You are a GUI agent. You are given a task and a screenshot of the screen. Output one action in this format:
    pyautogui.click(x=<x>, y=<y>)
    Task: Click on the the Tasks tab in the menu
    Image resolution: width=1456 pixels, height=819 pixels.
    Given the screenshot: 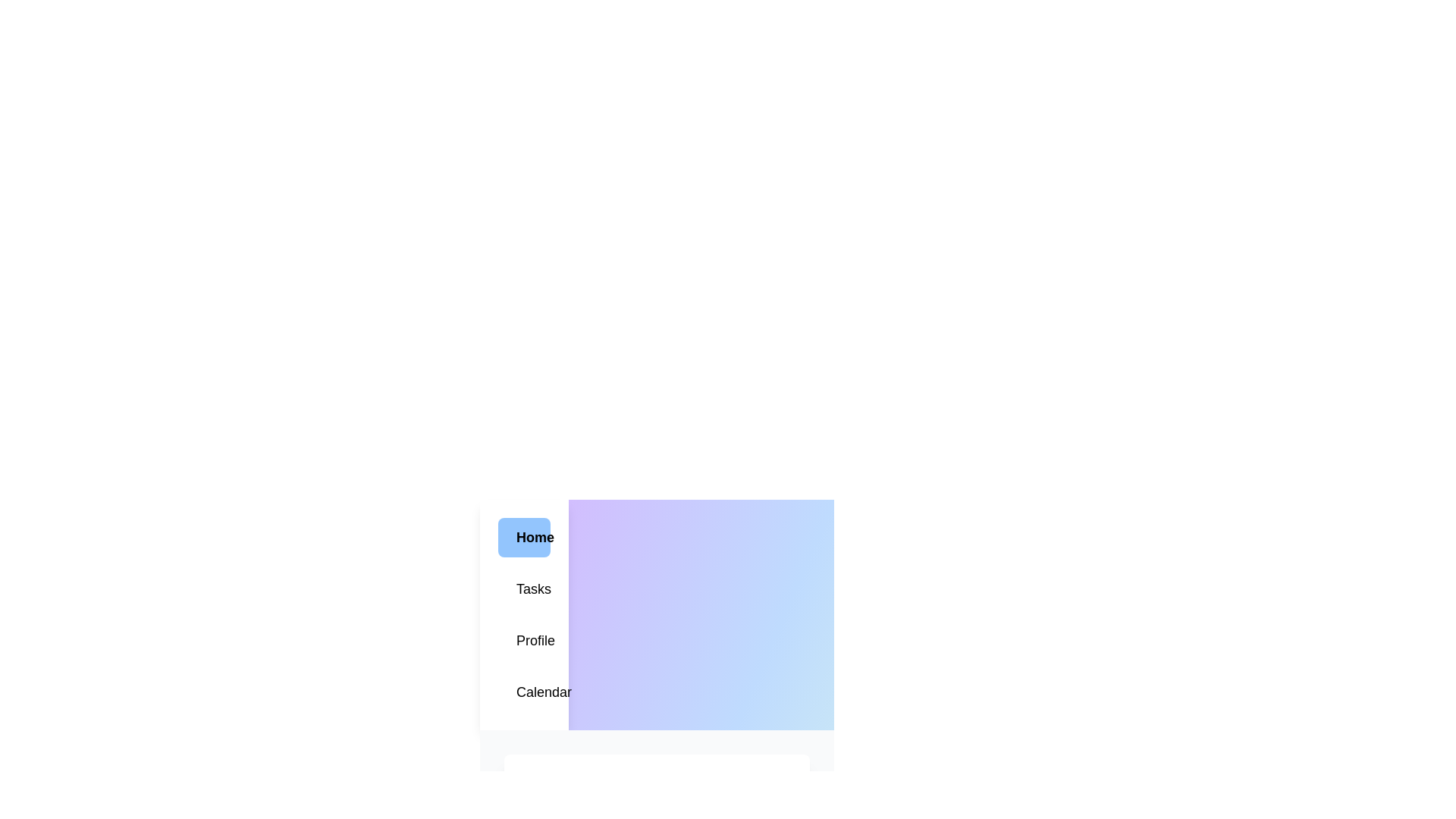 What is the action you would take?
    pyautogui.click(x=524, y=588)
    